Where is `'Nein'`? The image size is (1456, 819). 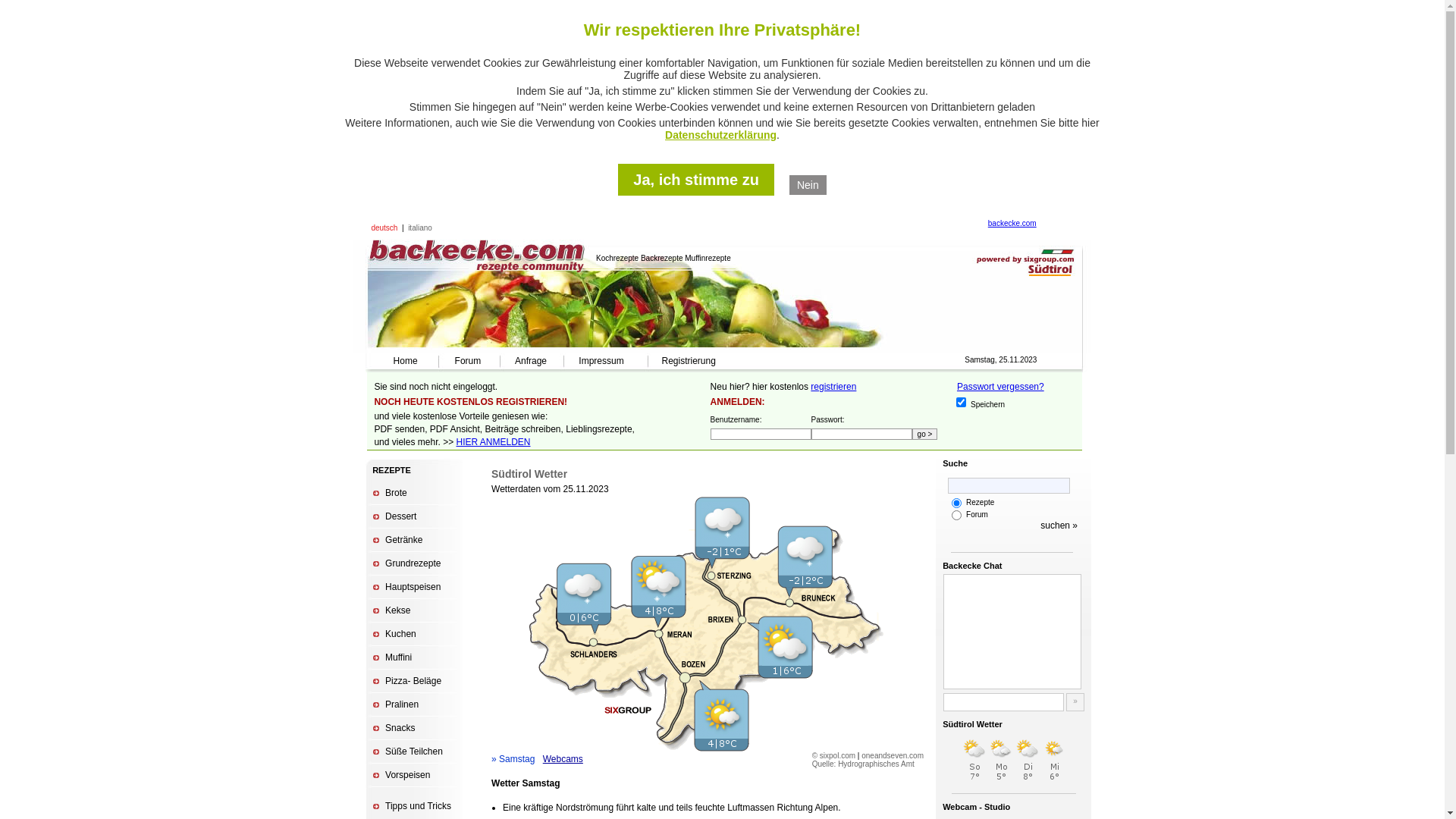 'Nein' is located at coordinates (807, 184).